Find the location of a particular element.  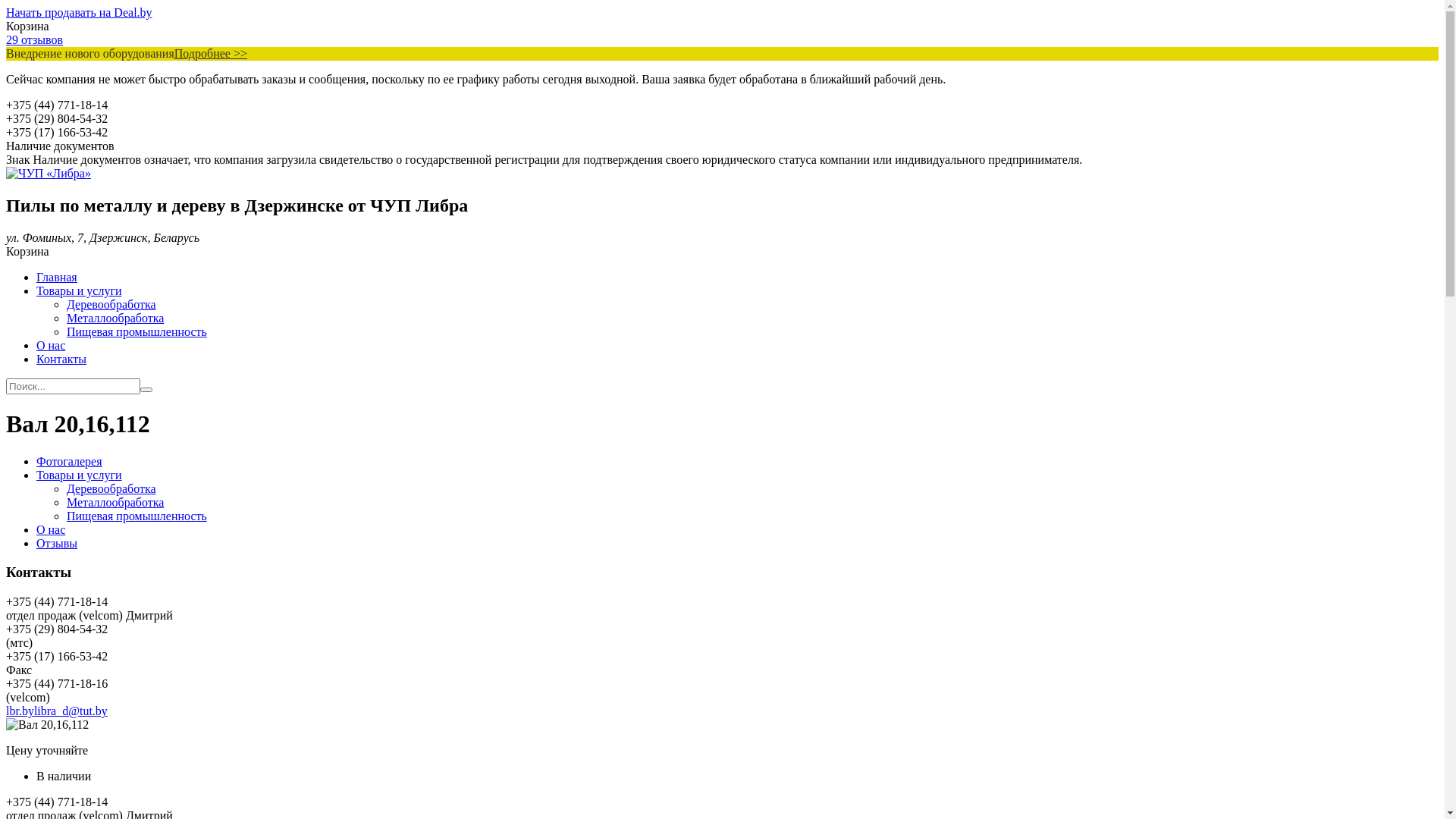

'lbr.by' is located at coordinates (20, 711).